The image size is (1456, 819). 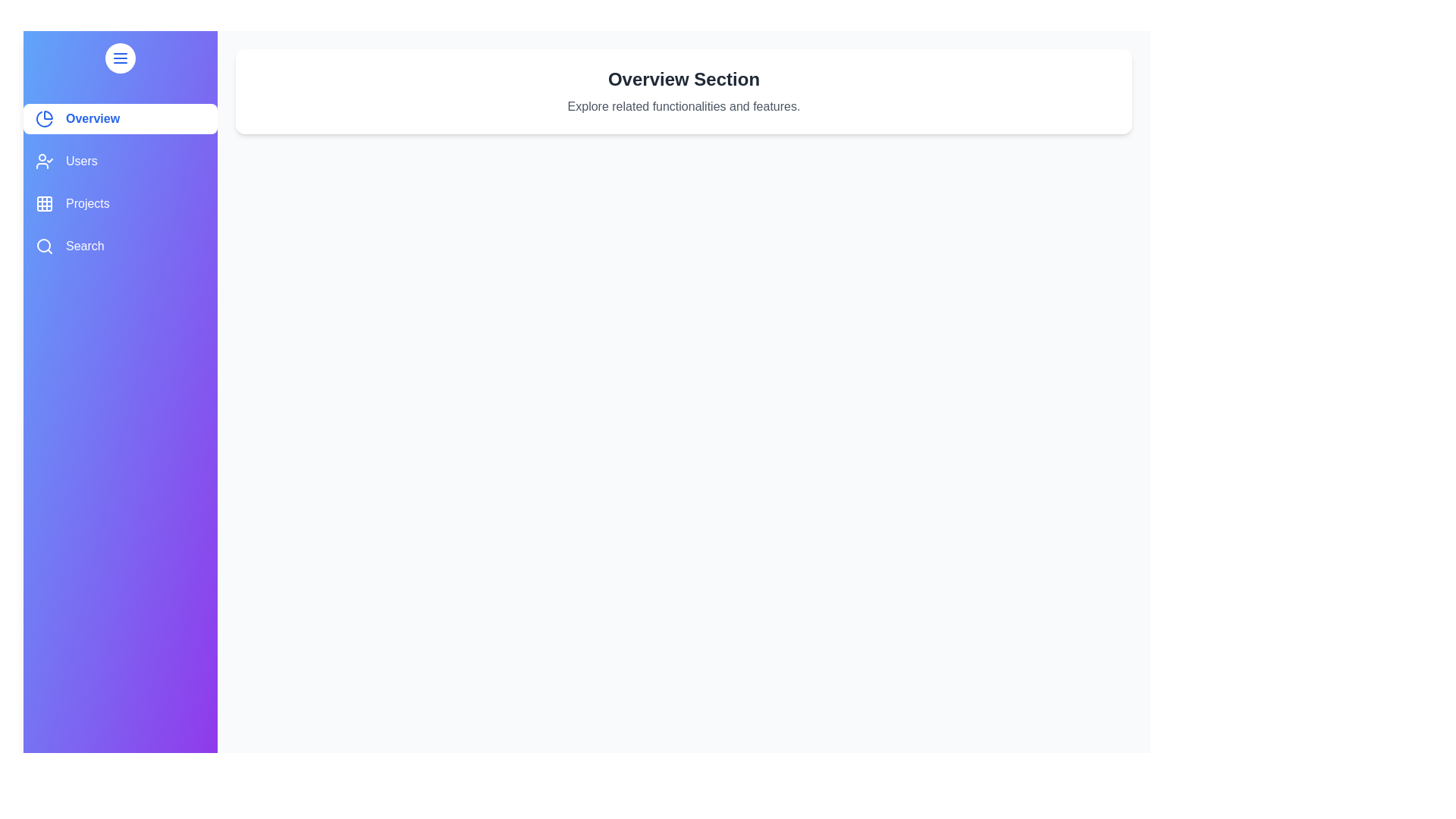 What do you see at coordinates (683, 79) in the screenshot?
I see `the header text in the main content area` at bounding box center [683, 79].